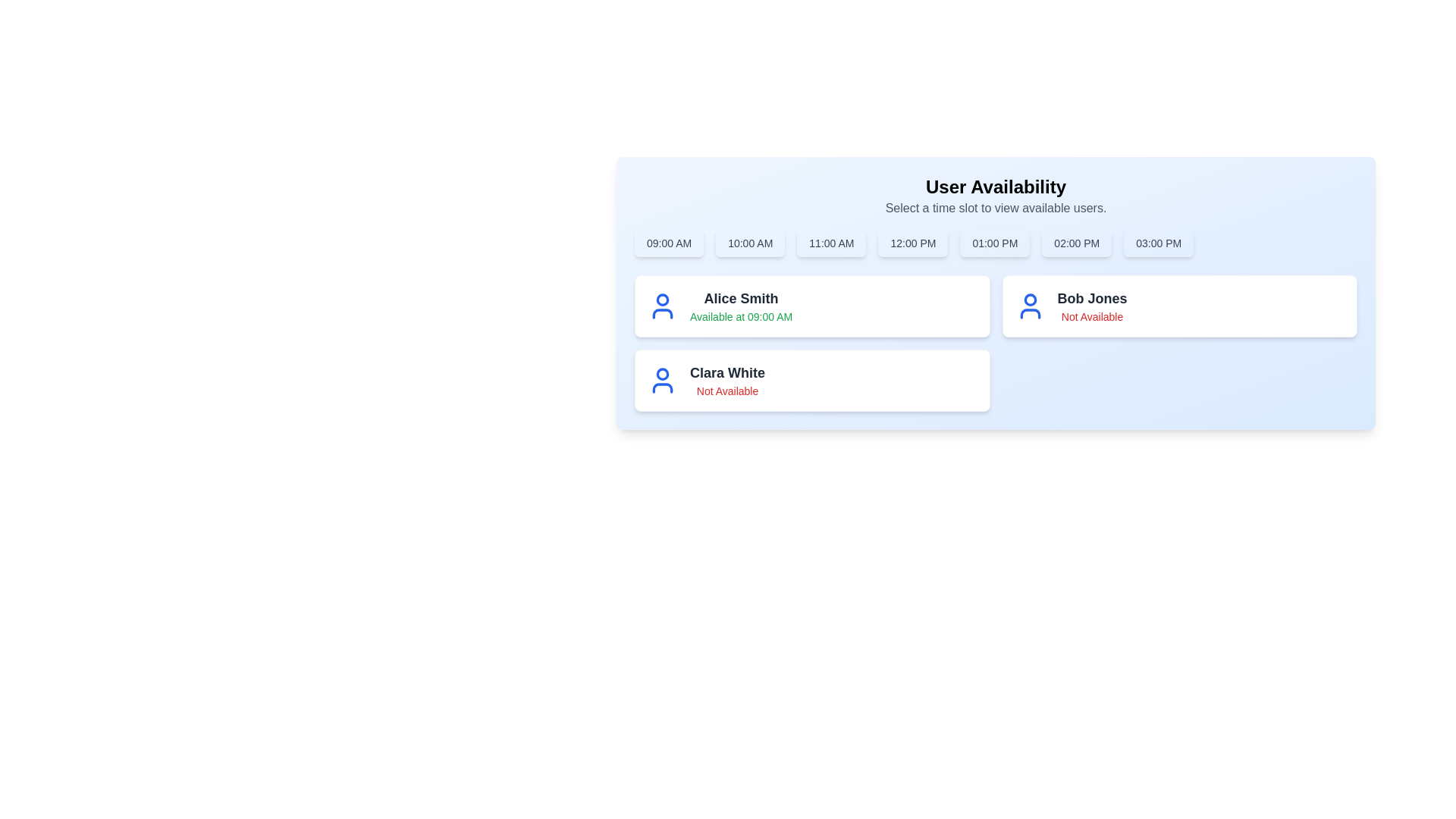 This screenshot has width=1456, height=819. What do you see at coordinates (1076, 242) in the screenshot?
I see `the button labeled '02:00 PM' using keyboard navigation` at bounding box center [1076, 242].